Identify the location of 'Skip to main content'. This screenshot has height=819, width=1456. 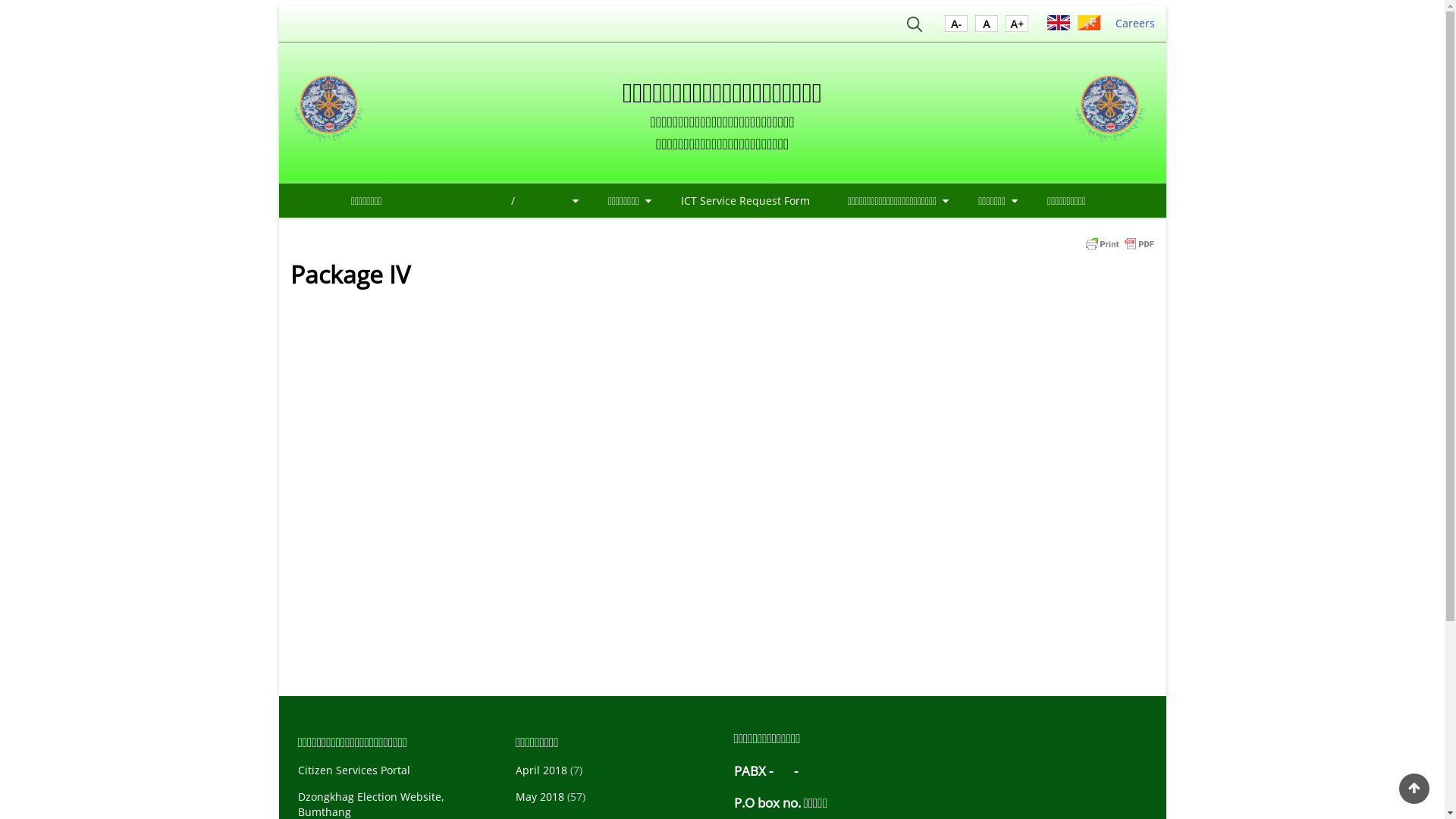
(0, 0).